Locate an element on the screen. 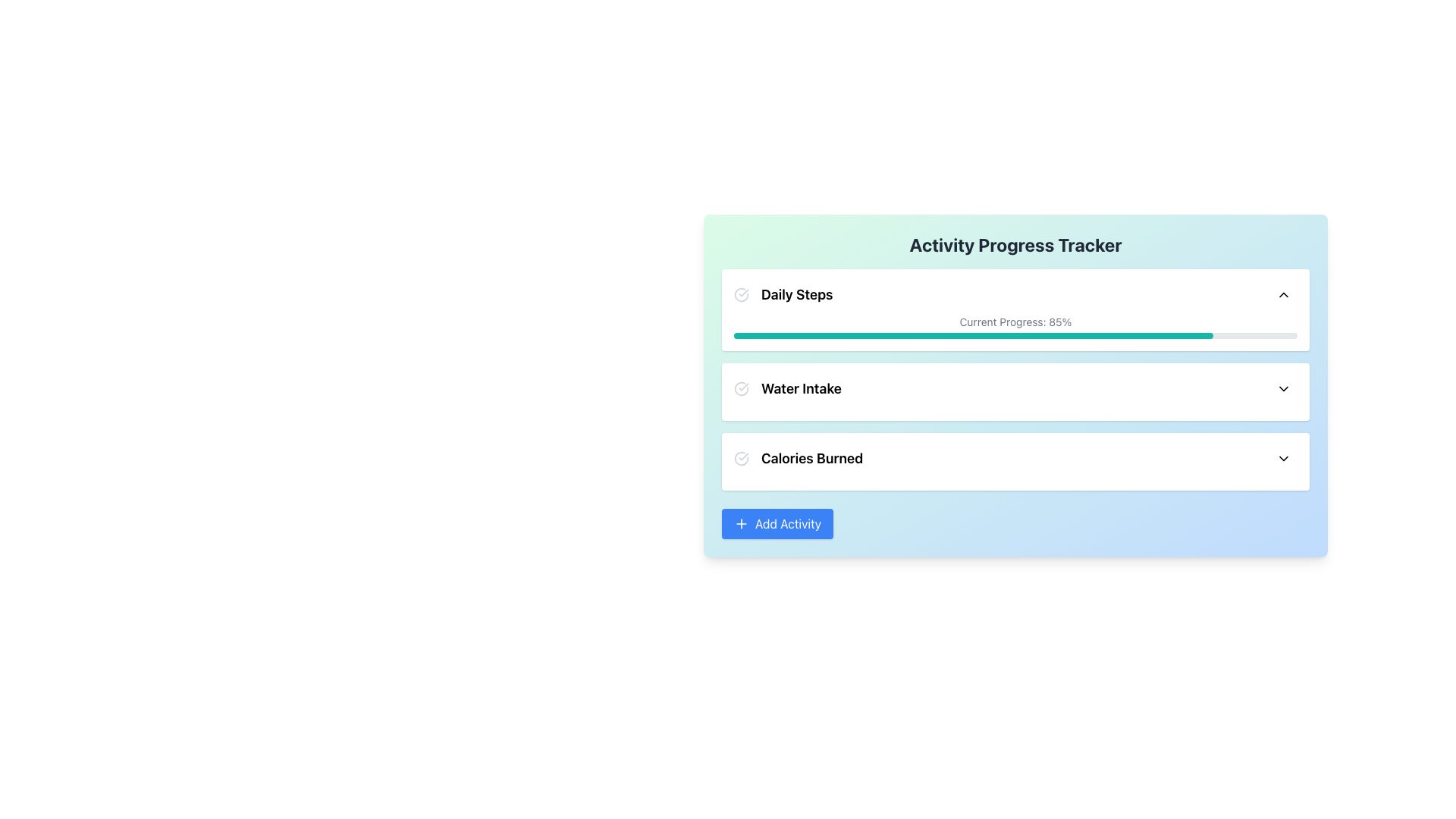 The image size is (1456, 819). the circular SVG icon representing an incomplete checkmark within the 'Daily Steps' activity card is located at coordinates (742, 295).